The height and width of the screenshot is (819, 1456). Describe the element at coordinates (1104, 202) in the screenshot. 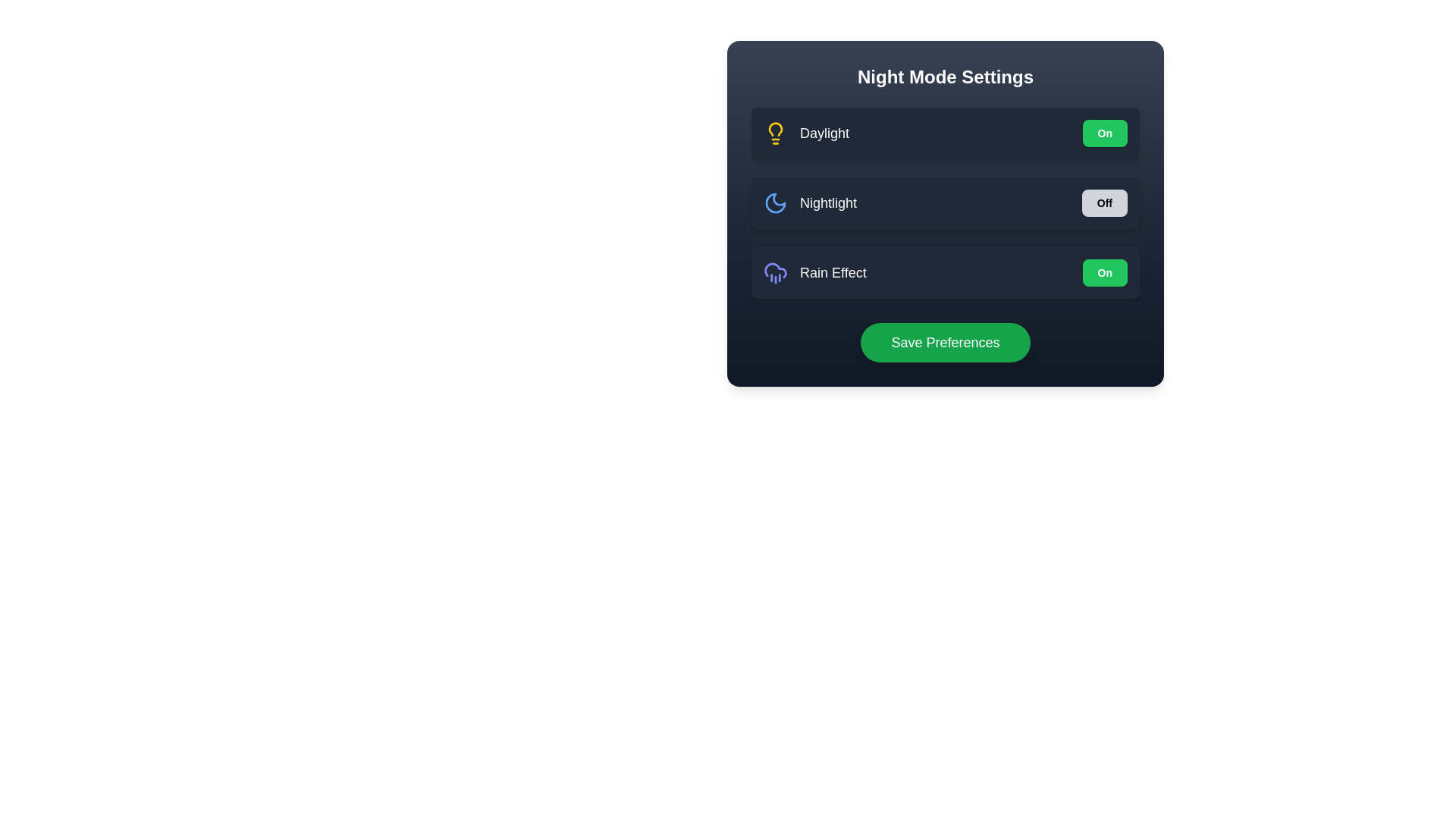

I see `the 'Nightlight' toggle button to switch its state` at that location.